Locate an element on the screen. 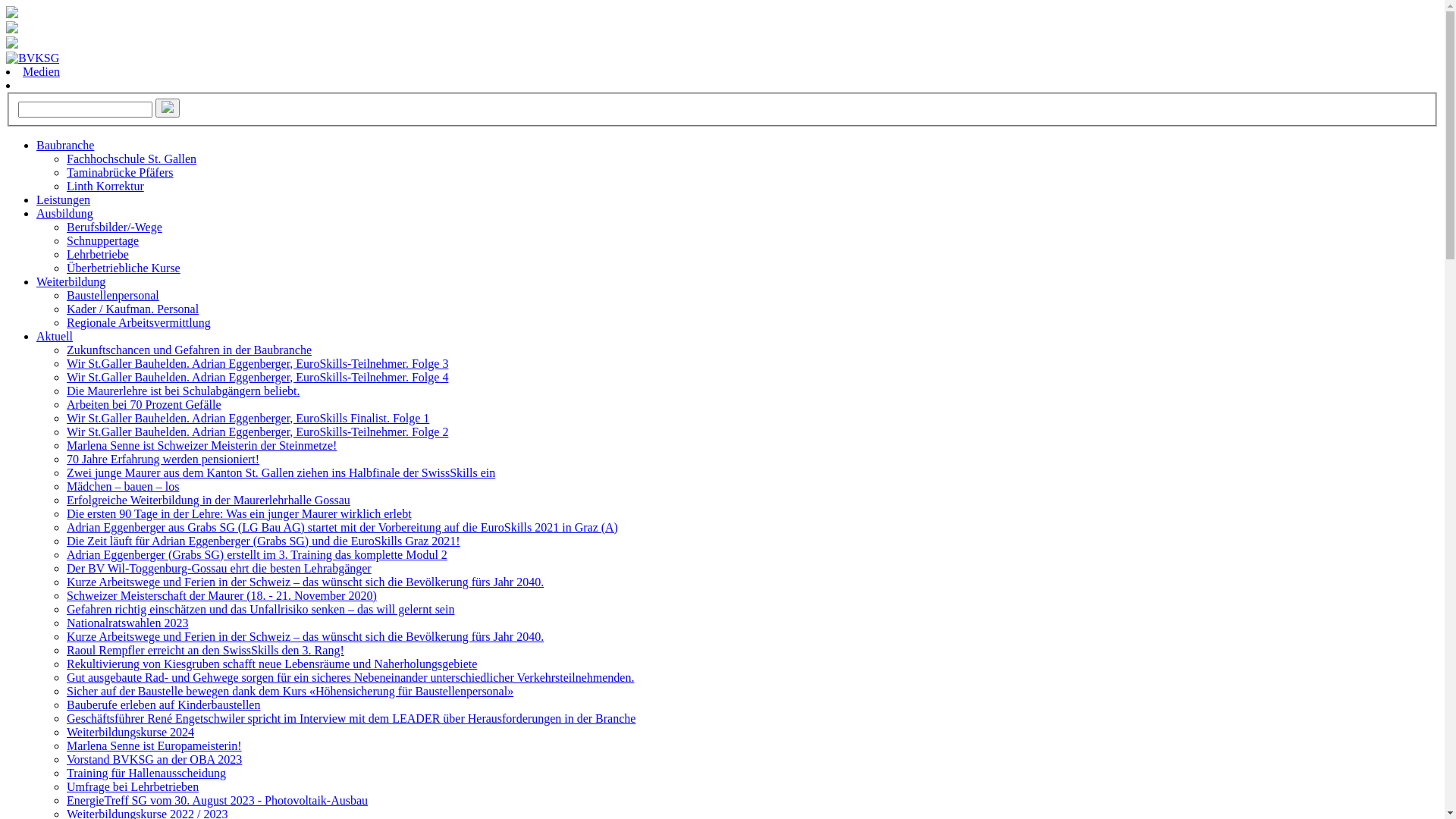 This screenshot has height=819, width=1456. 'Vorstand BVKSG an der OBA 2023' is located at coordinates (65, 759).